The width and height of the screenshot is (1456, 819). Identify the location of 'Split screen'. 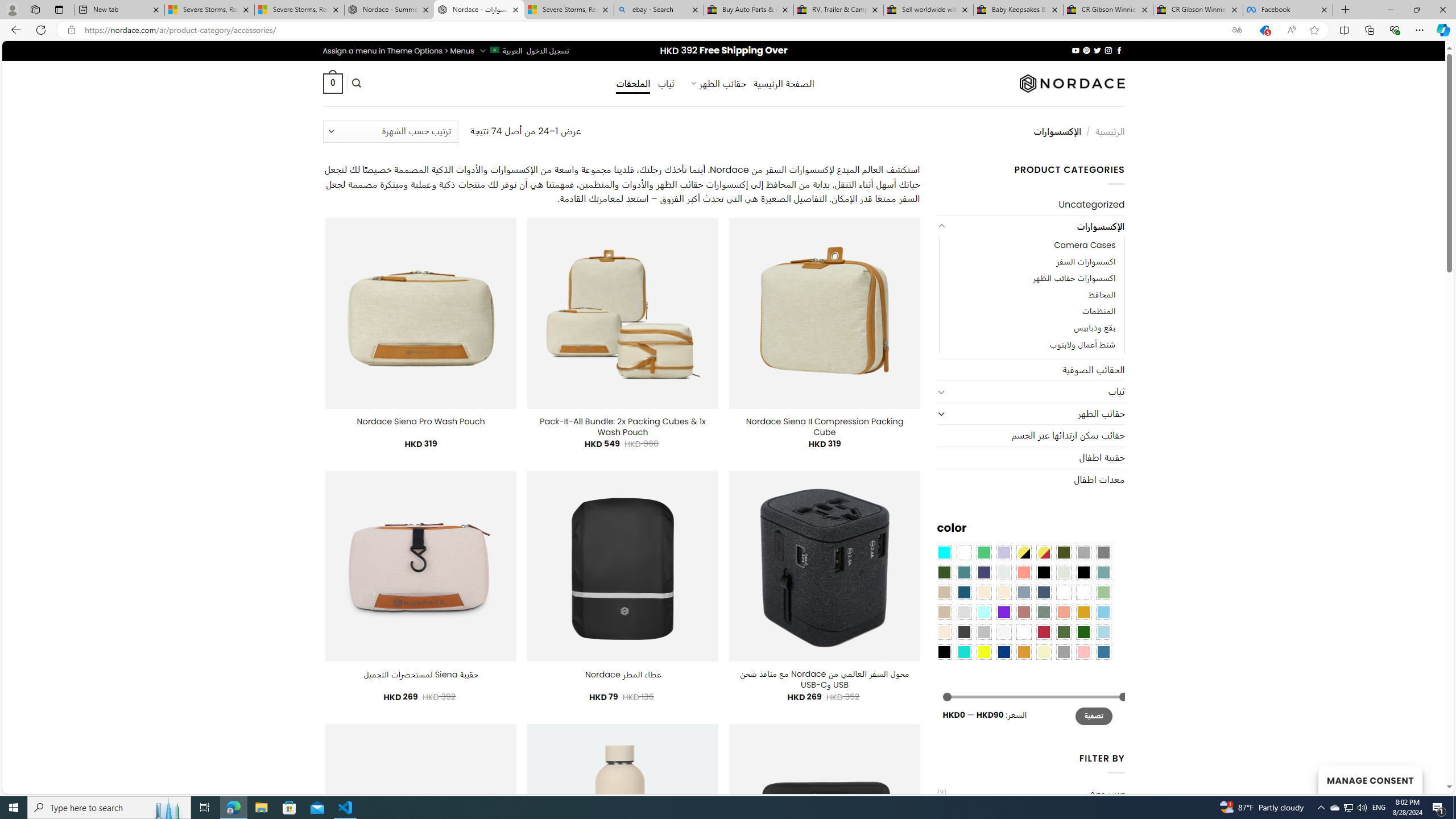
(1345, 29).